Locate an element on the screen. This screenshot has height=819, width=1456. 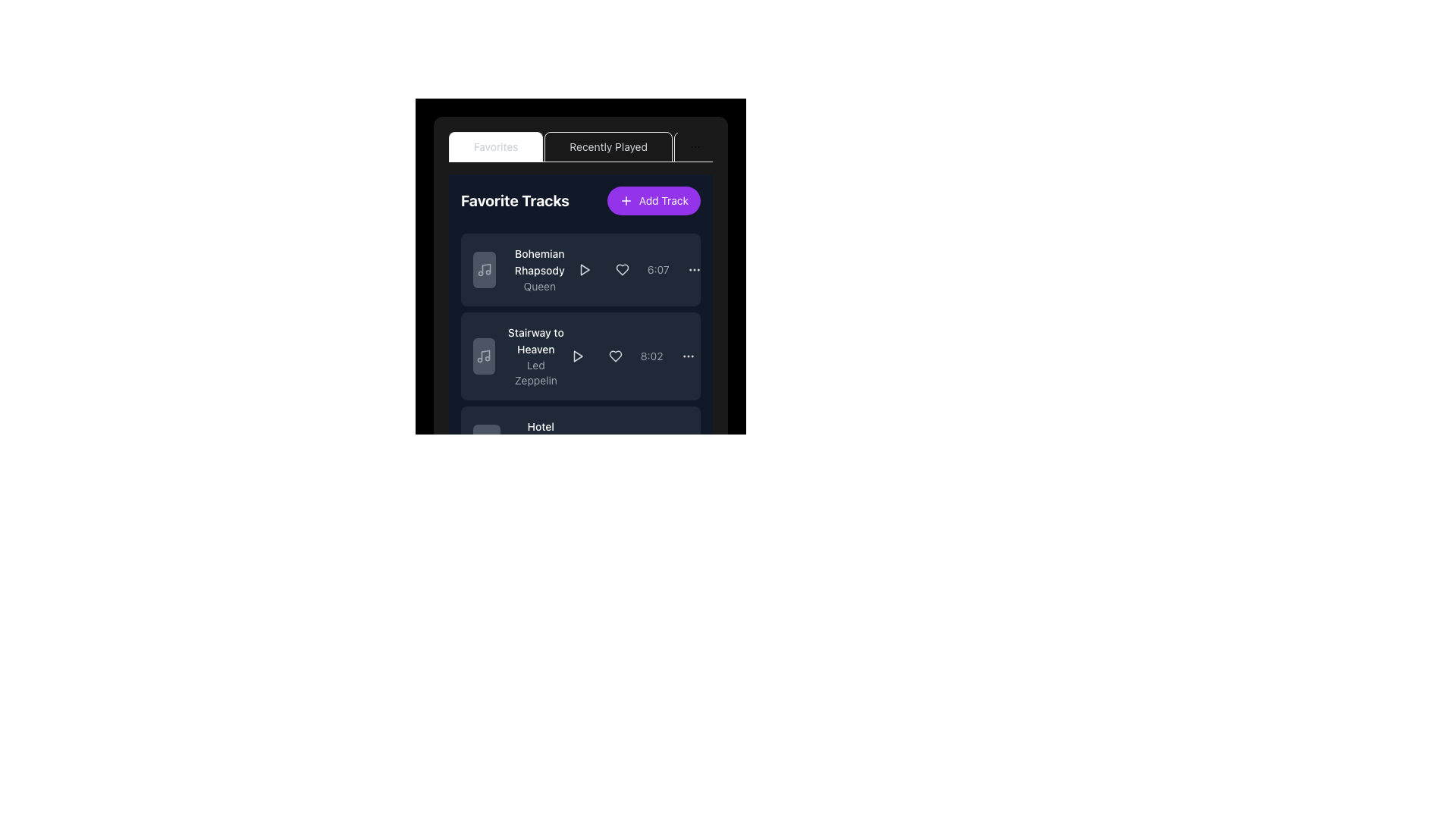
the 'favorite' icon located immediately to the right of the 'play' button in the 'Favorite Tracks' section is located at coordinates (622, 268).